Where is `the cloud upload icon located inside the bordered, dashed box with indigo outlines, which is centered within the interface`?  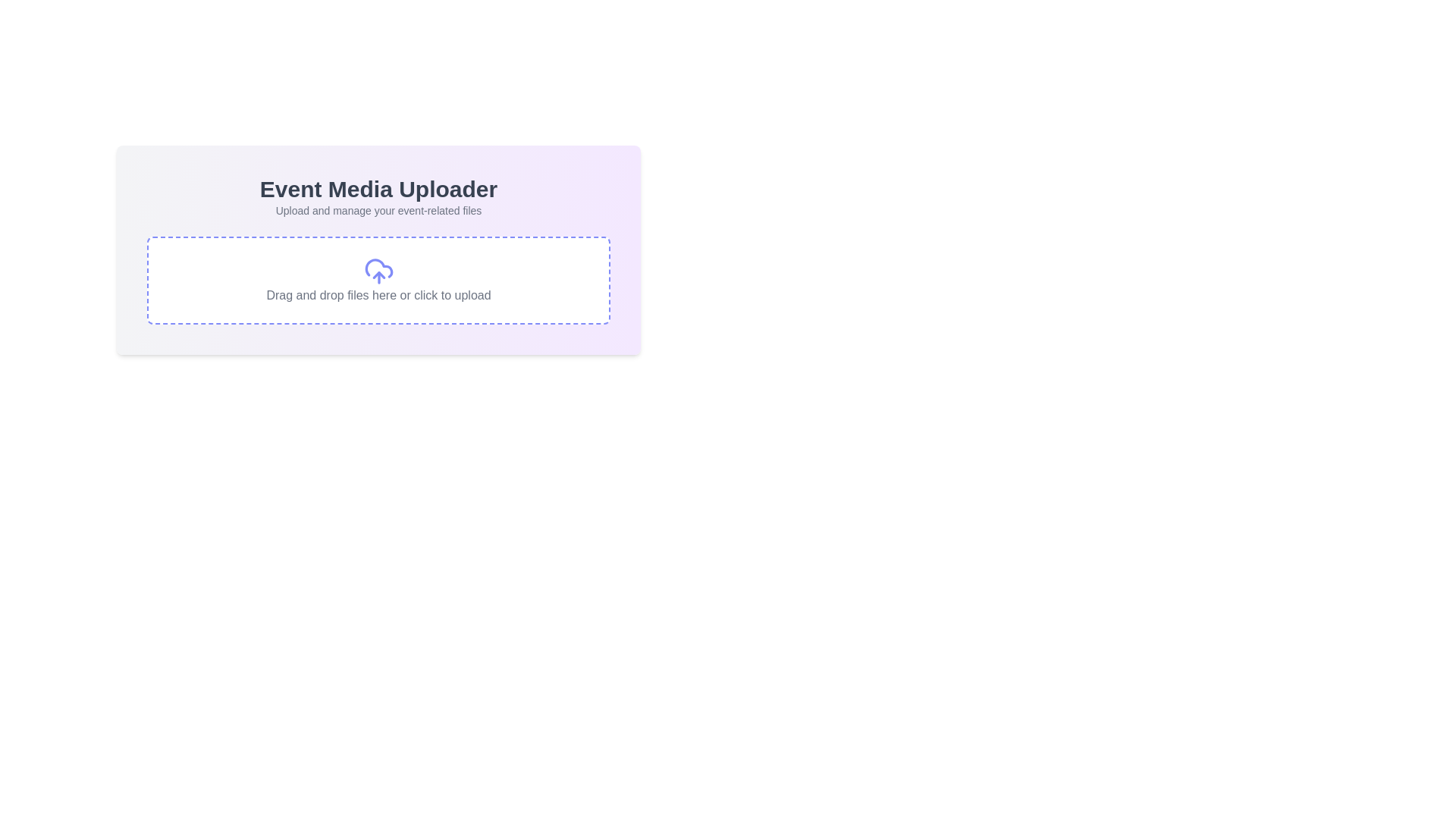 the cloud upload icon located inside the bordered, dashed box with indigo outlines, which is centered within the interface is located at coordinates (378, 271).